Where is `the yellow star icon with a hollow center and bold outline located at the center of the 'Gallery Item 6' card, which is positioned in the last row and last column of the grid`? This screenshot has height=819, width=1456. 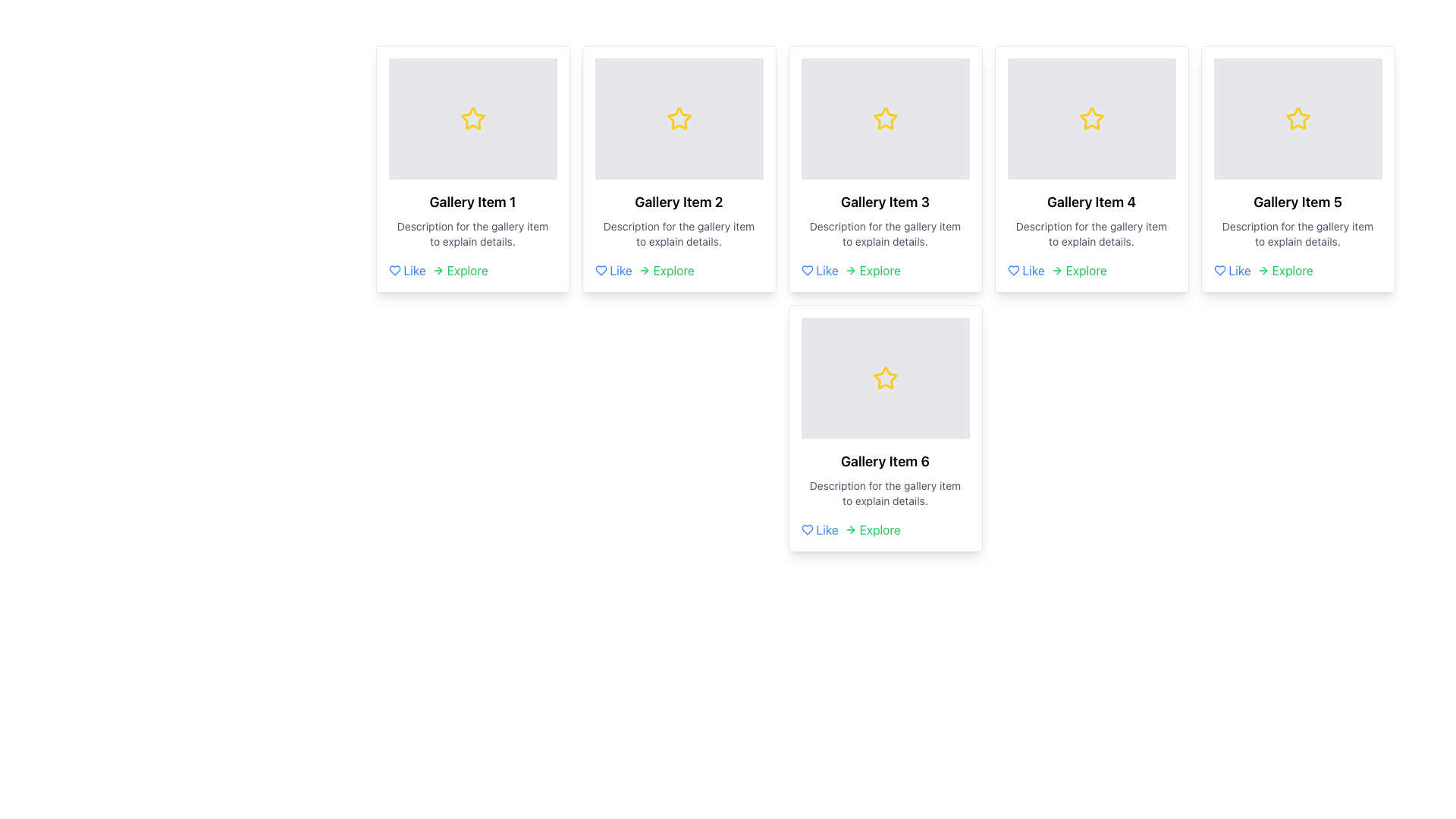
the yellow star icon with a hollow center and bold outline located at the center of the 'Gallery Item 6' card, which is positioned in the last row and last column of the grid is located at coordinates (885, 377).